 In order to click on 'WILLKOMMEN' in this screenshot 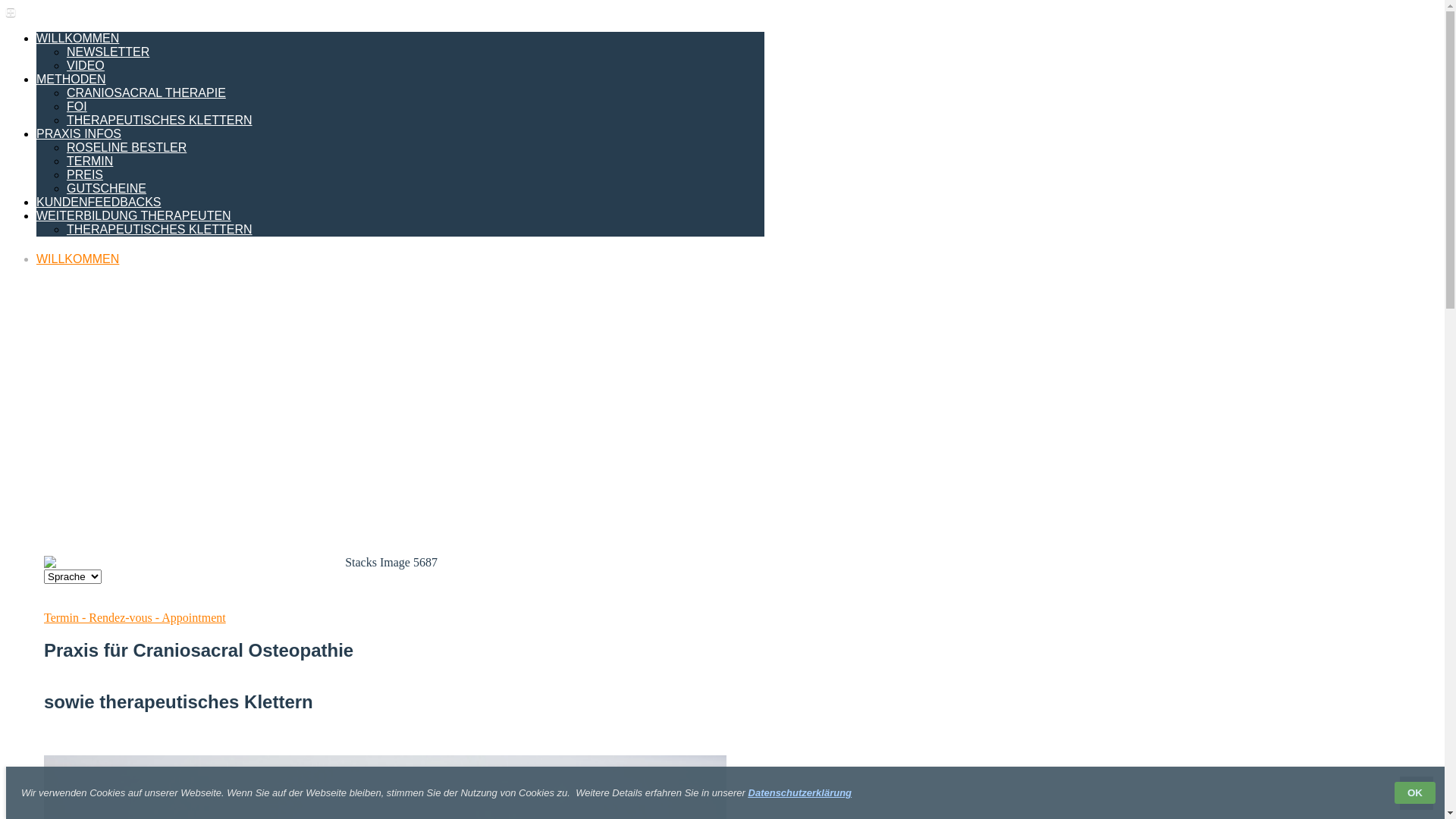, I will do `click(77, 258)`.